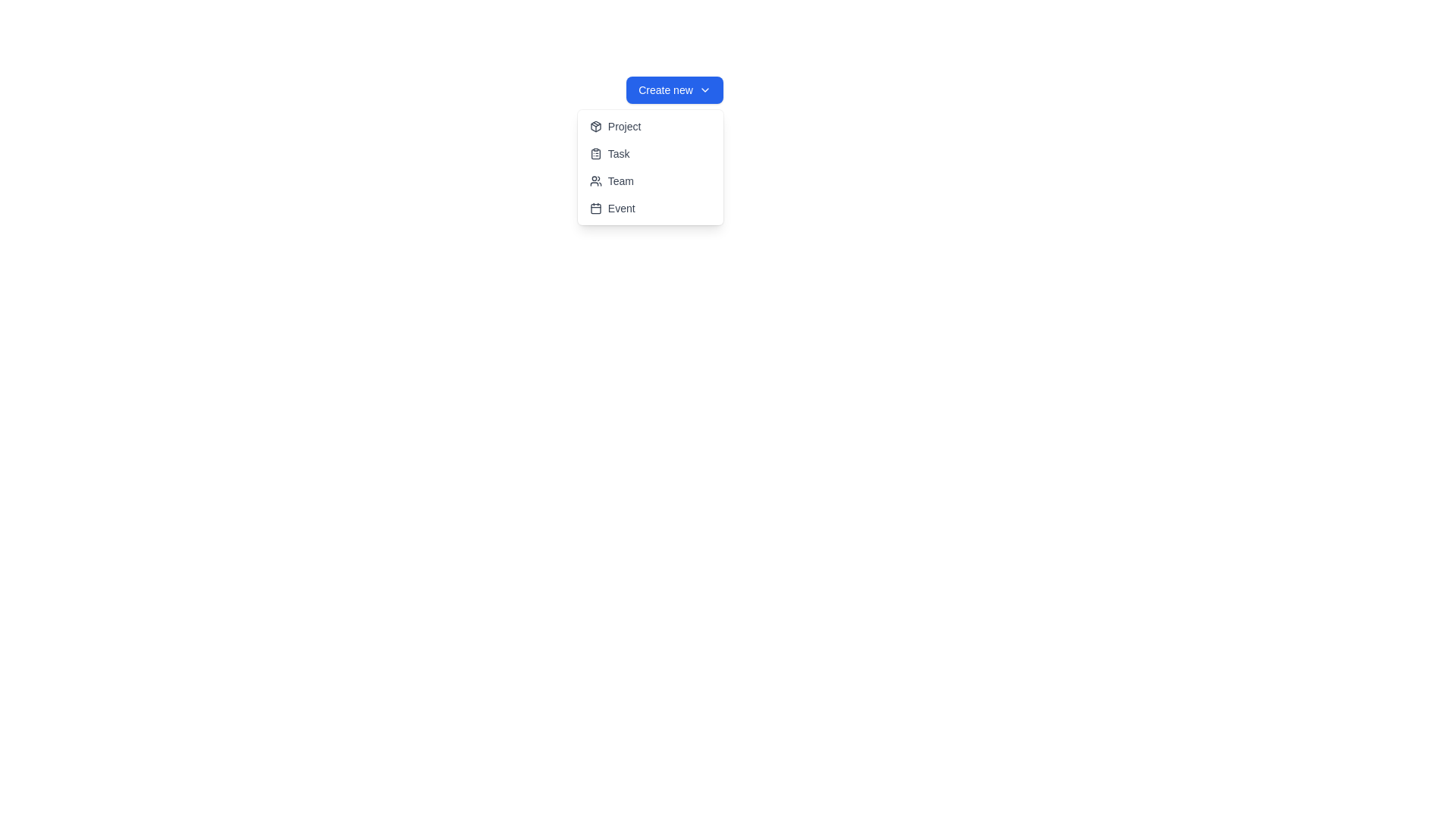 The image size is (1456, 819). I want to click on the colorful clipboard graphic icon located to the left of the 'Task' text label in the second row of the menu, so click(595, 154).